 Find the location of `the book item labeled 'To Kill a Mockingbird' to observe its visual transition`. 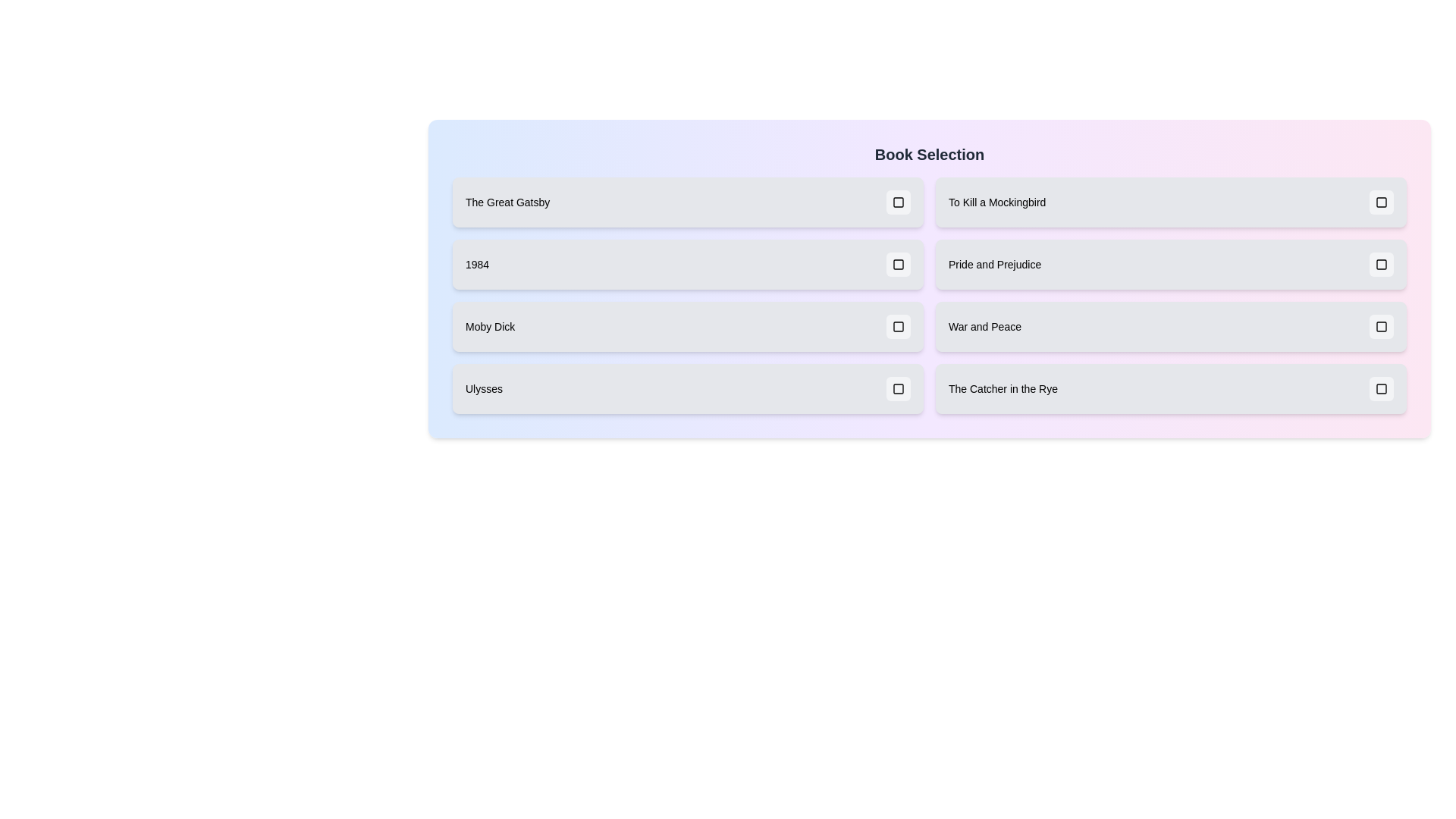

the book item labeled 'To Kill a Mockingbird' to observe its visual transition is located at coordinates (1170, 201).